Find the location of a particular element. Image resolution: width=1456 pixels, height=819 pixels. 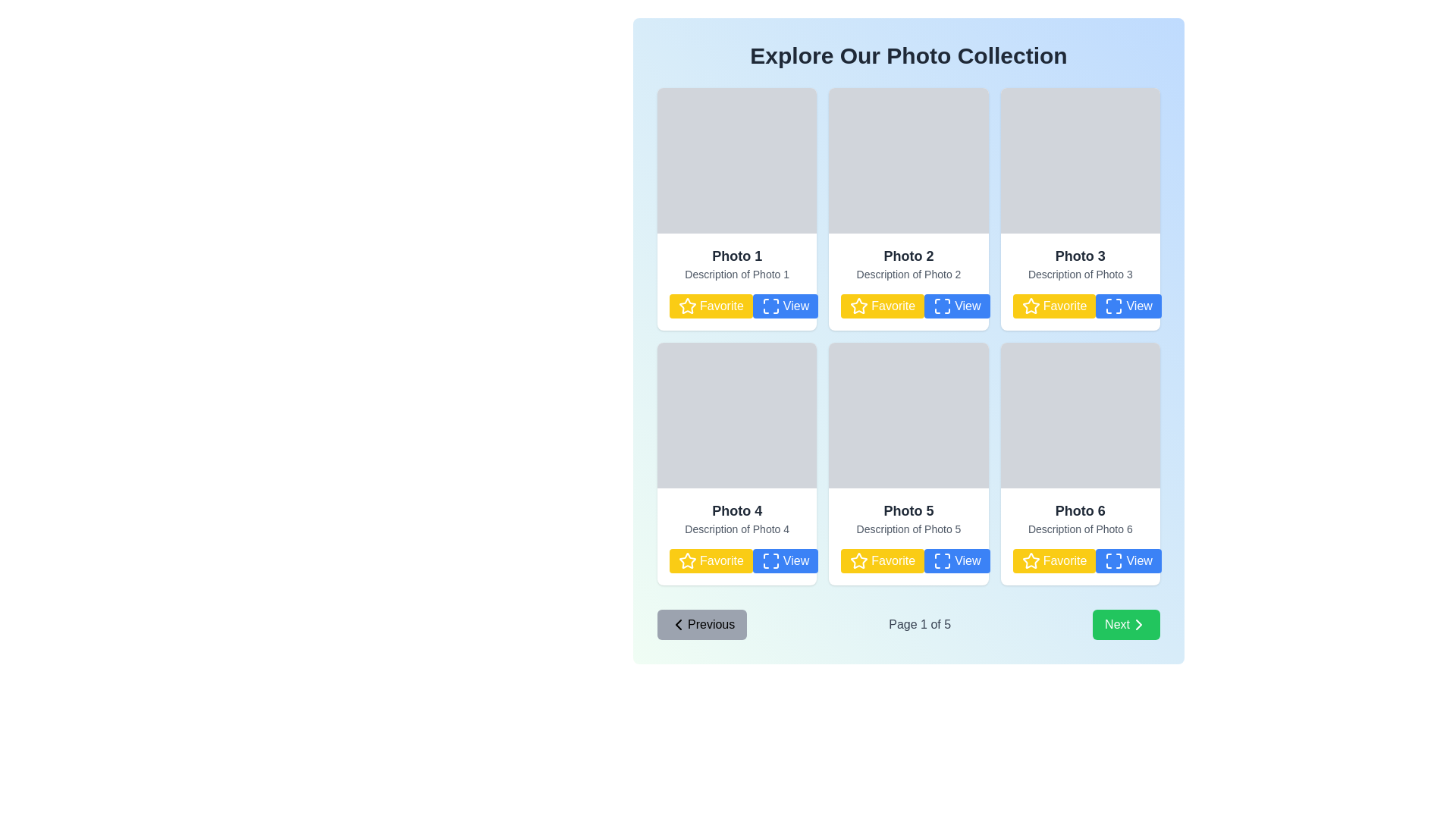

the title text label of the photo card located in the second row and second column of the grid layout, which serves as the identifier for the displayed content is located at coordinates (908, 511).